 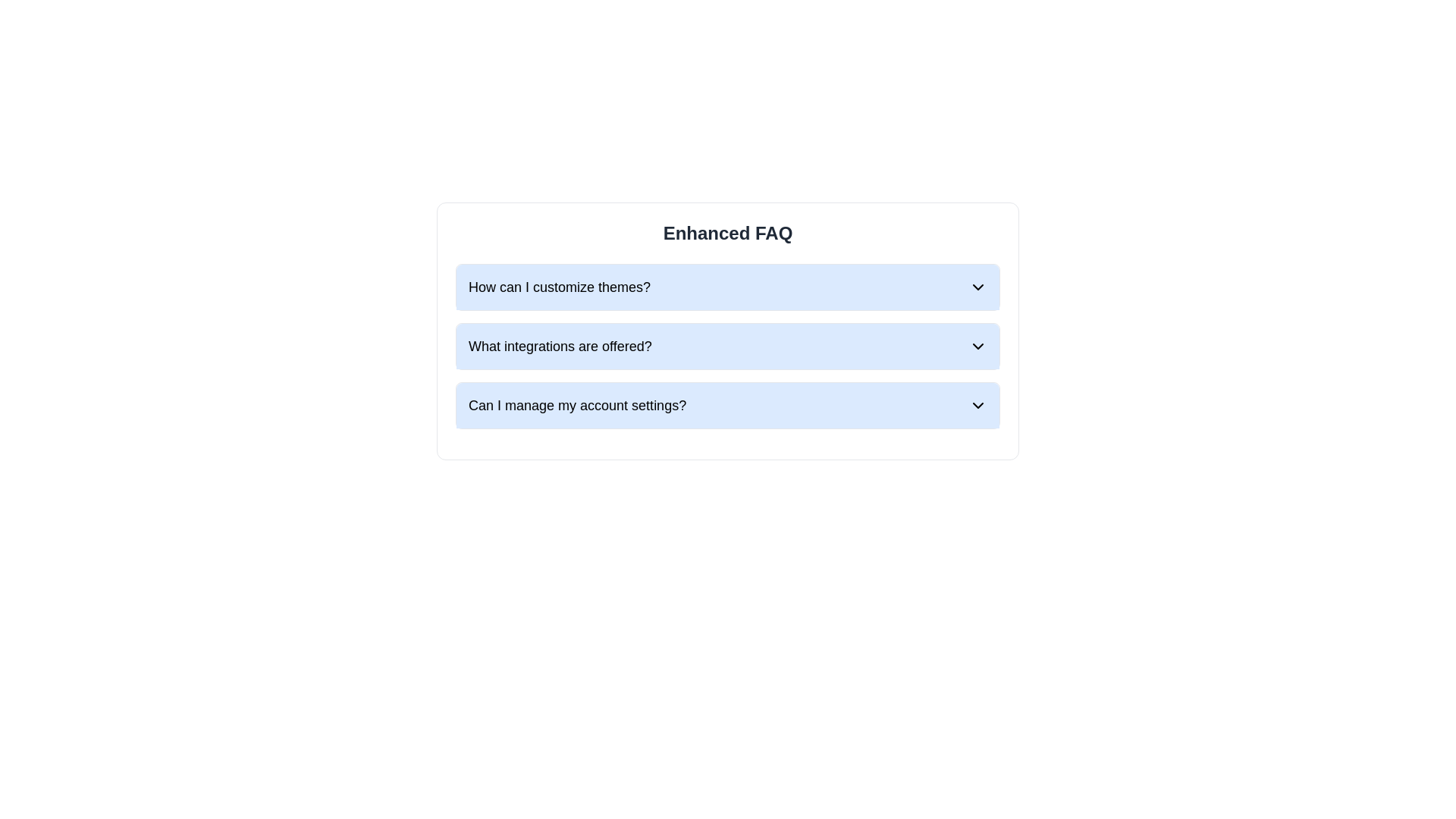 What do you see at coordinates (728, 346) in the screenshot?
I see `the 'What integrations are offered?' dropdown tab in the FAQ section` at bounding box center [728, 346].